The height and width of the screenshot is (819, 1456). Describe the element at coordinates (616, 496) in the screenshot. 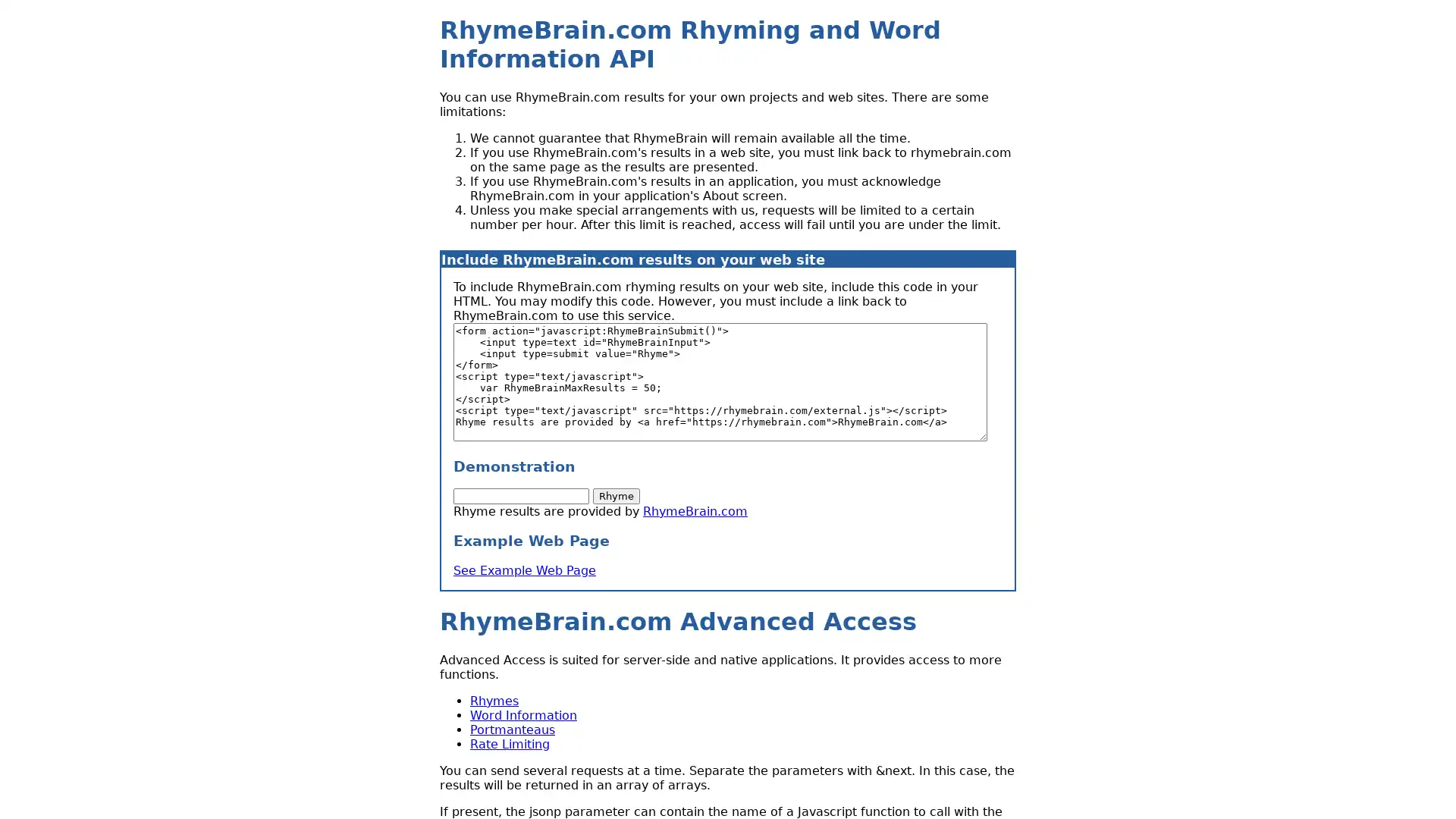

I see `Rhyme` at that location.